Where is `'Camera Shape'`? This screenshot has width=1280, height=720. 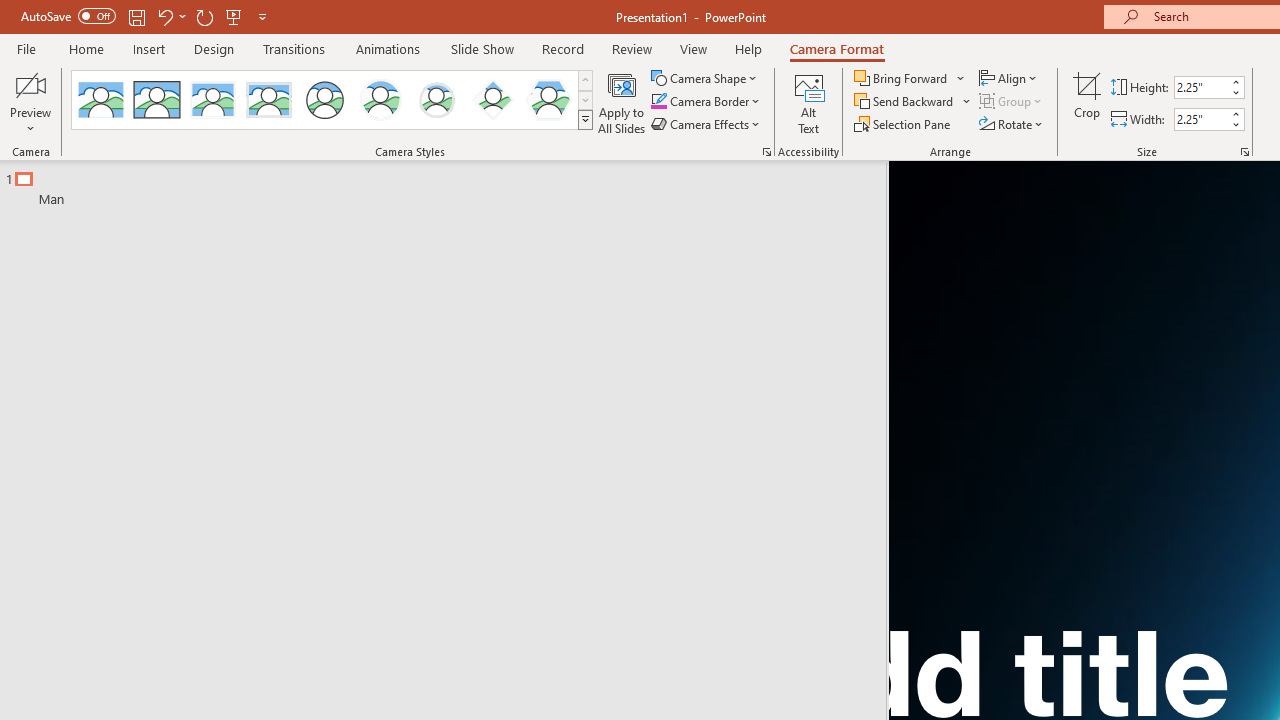 'Camera Shape' is located at coordinates (705, 77).